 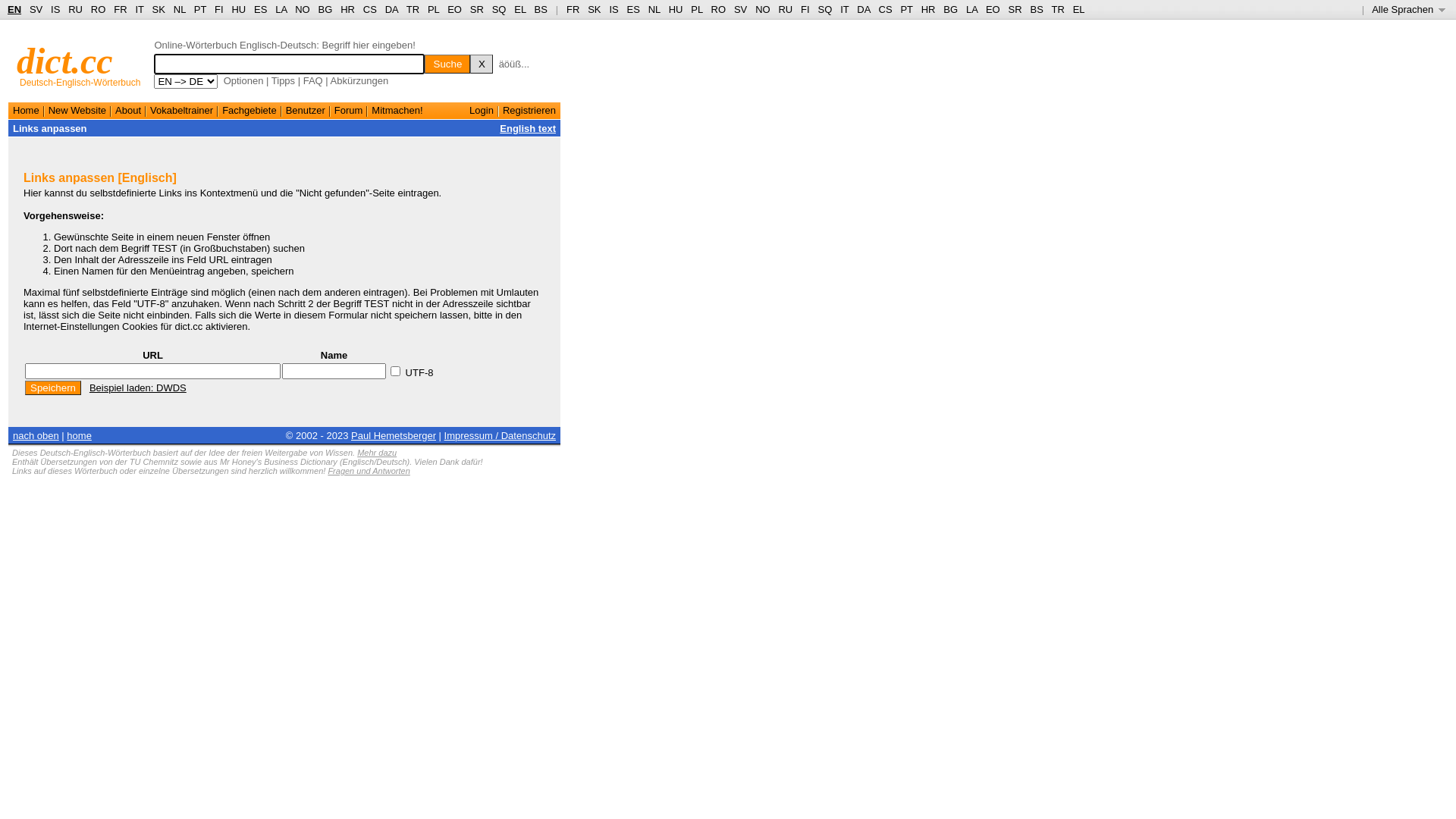 What do you see at coordinates (17, 60) in the screenshot?
I see `'dict.cc'` at bounding box center [17, 60].